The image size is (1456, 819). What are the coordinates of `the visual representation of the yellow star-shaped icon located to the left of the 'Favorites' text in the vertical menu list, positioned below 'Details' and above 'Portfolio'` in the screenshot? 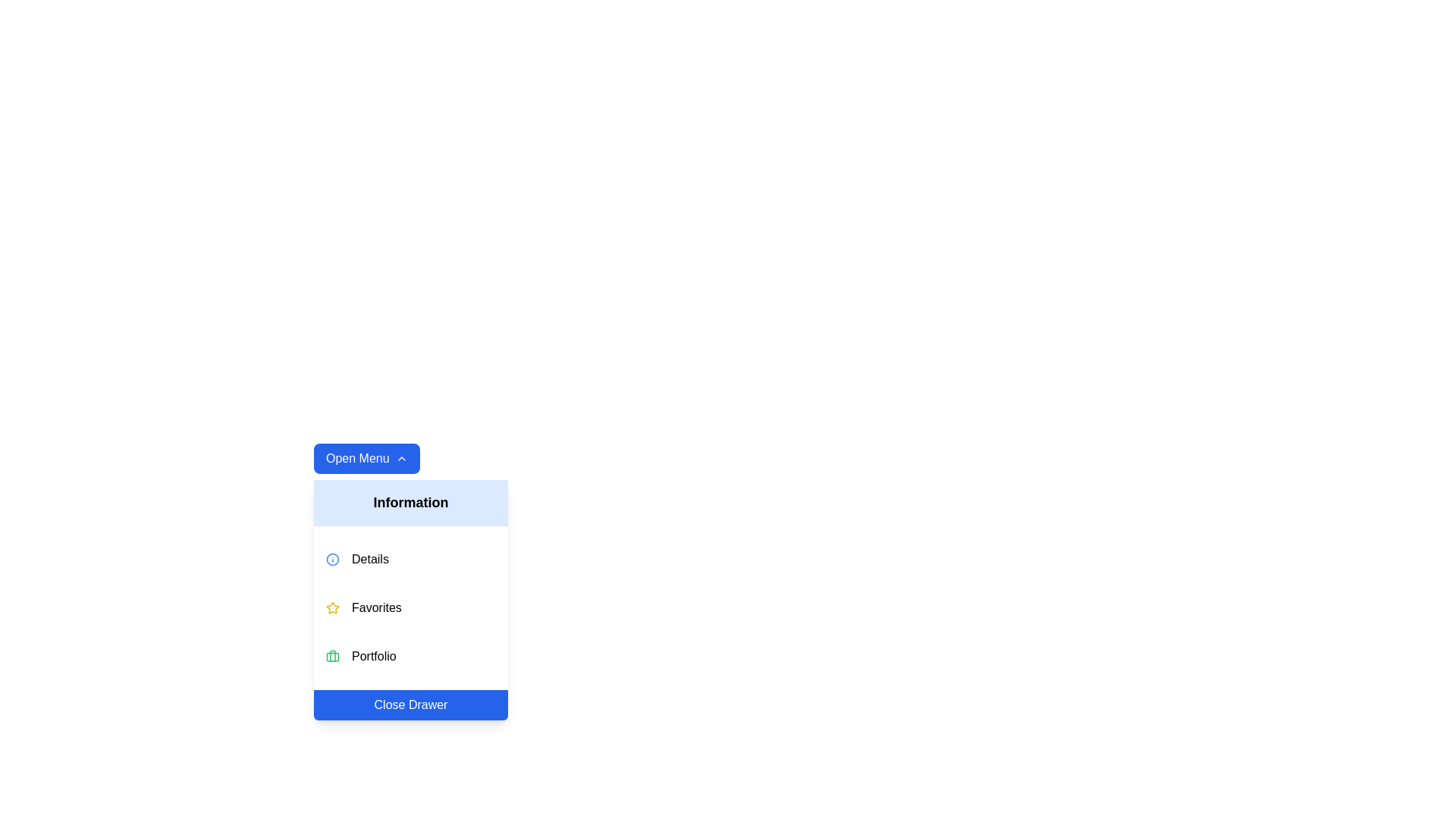 It's located at (331, 607).